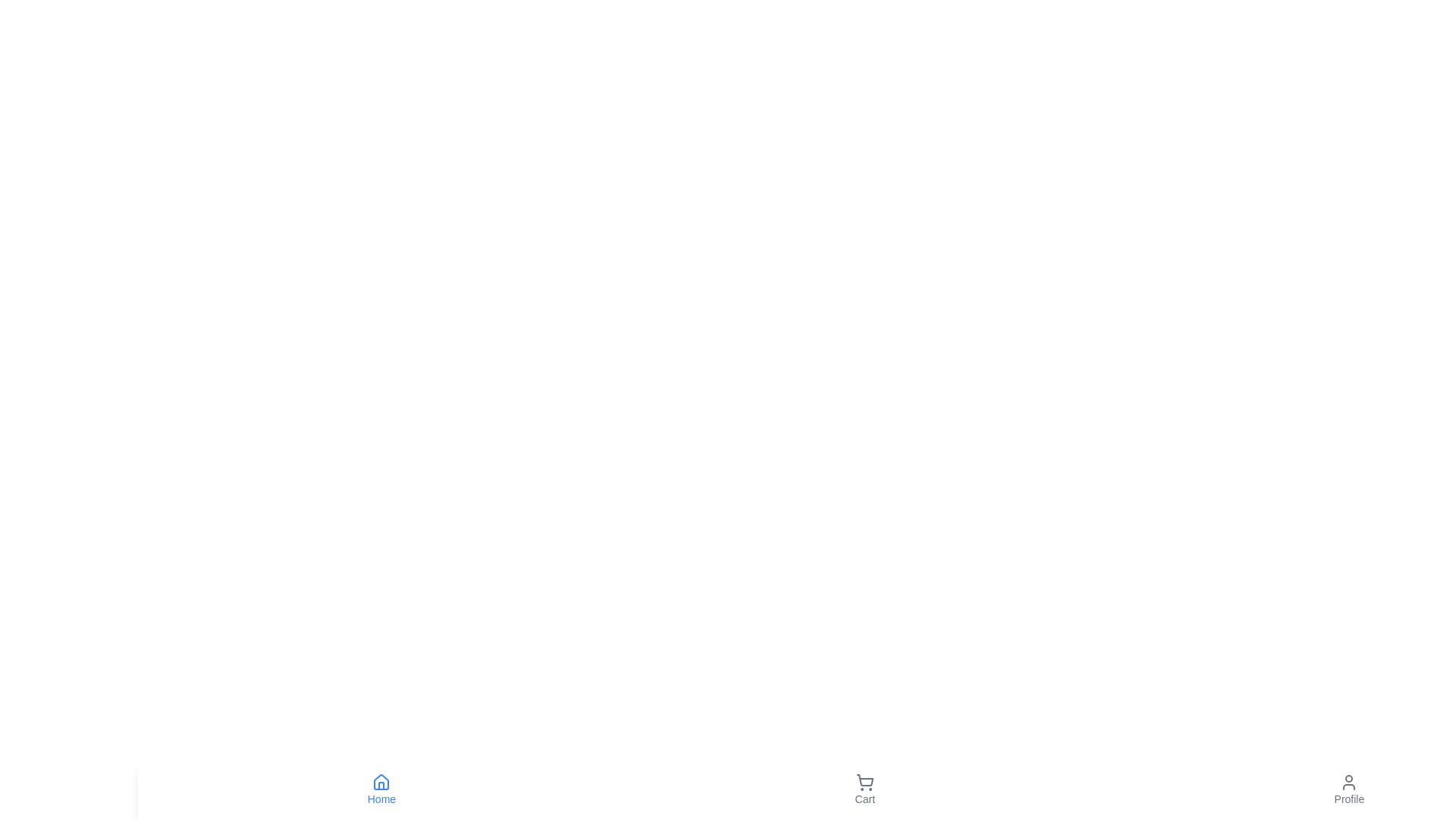 This screenshot has height=819, width=1456. Describe the element at coordinates (381, 789) in the screenshot. I see `the navigation item Home` at that location.